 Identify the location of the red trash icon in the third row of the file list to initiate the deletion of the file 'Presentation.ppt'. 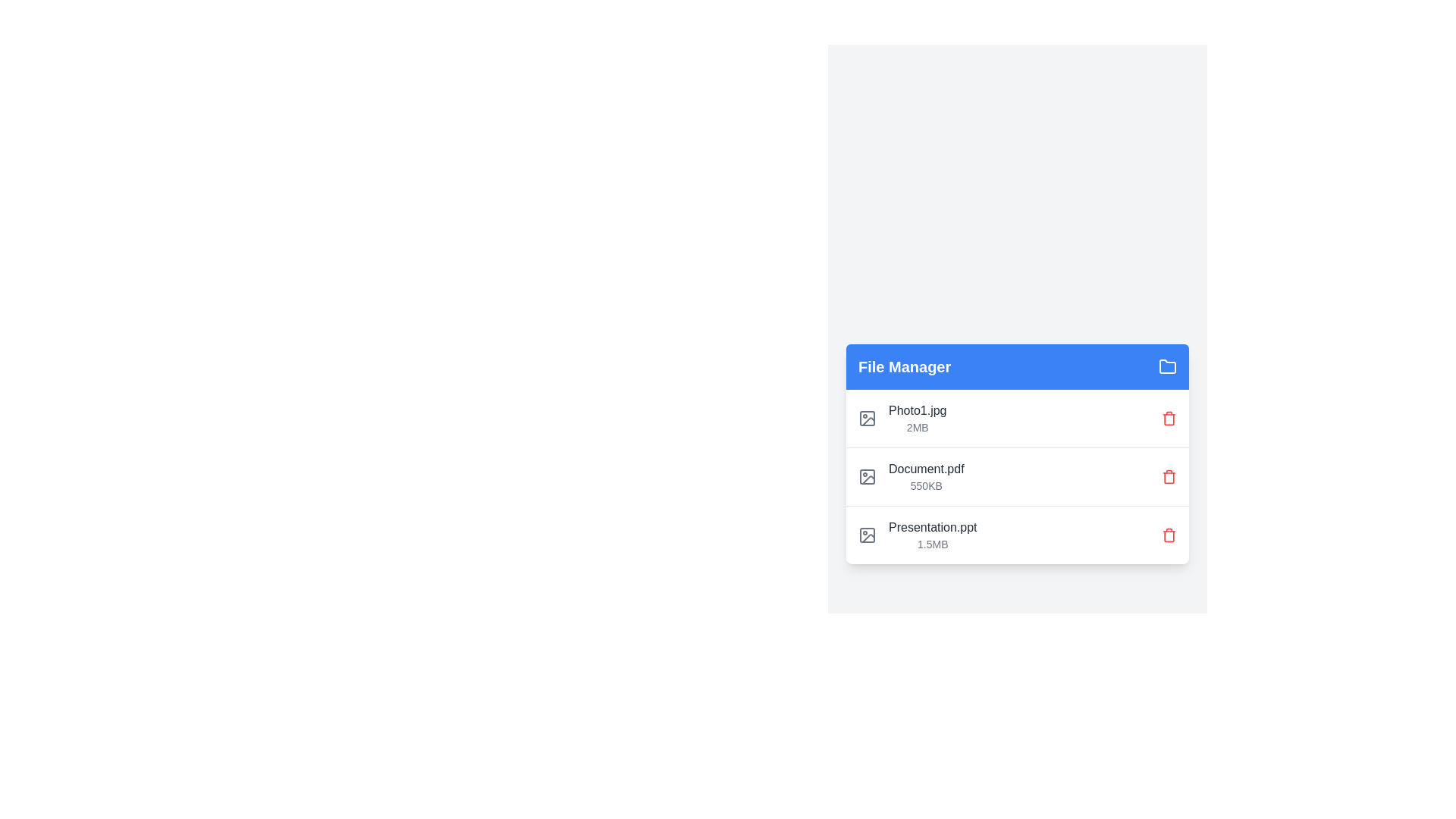
(1168, 534).